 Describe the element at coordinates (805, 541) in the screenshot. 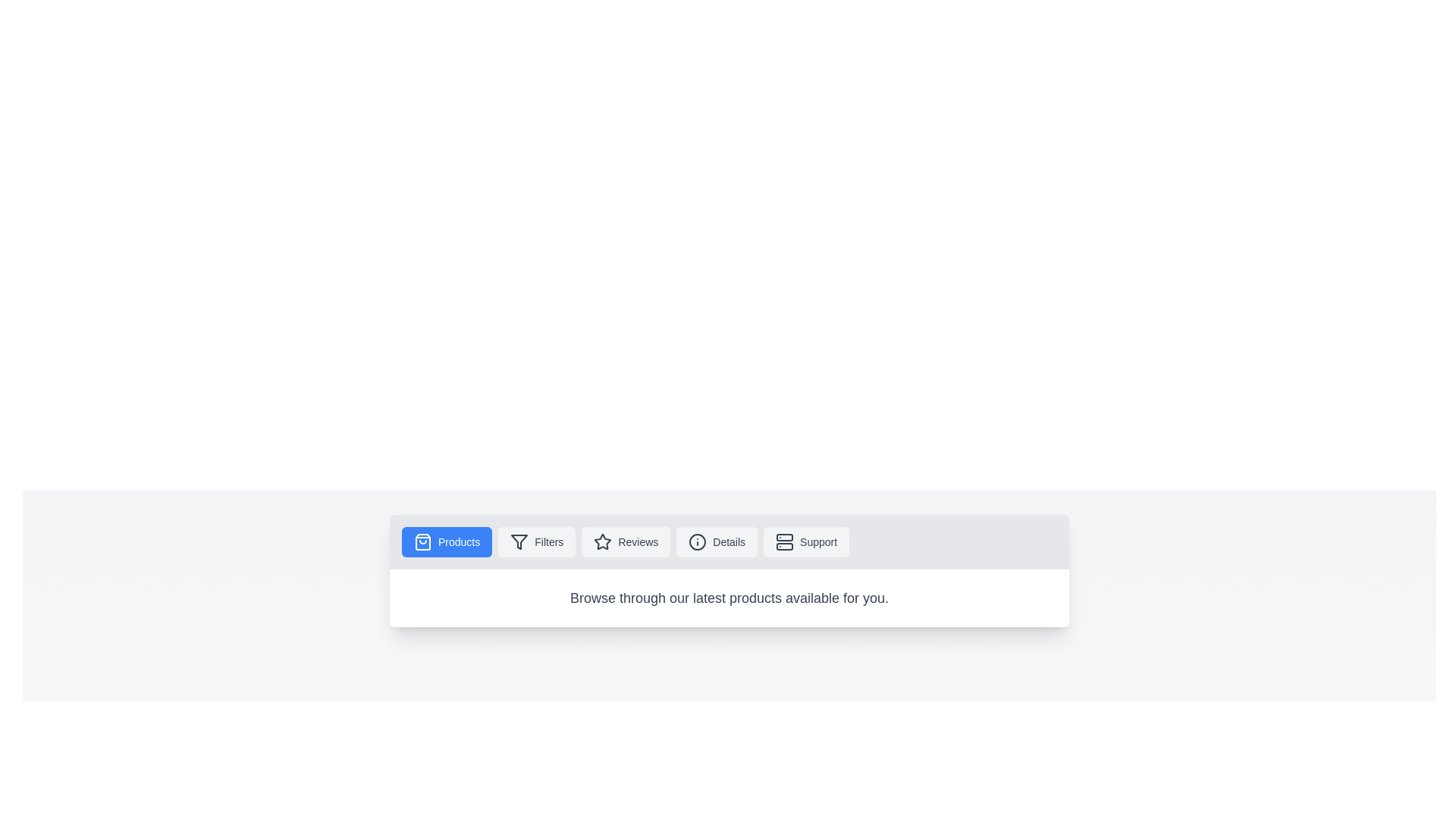

I see `the Support tab by clicking on its button` at that location.